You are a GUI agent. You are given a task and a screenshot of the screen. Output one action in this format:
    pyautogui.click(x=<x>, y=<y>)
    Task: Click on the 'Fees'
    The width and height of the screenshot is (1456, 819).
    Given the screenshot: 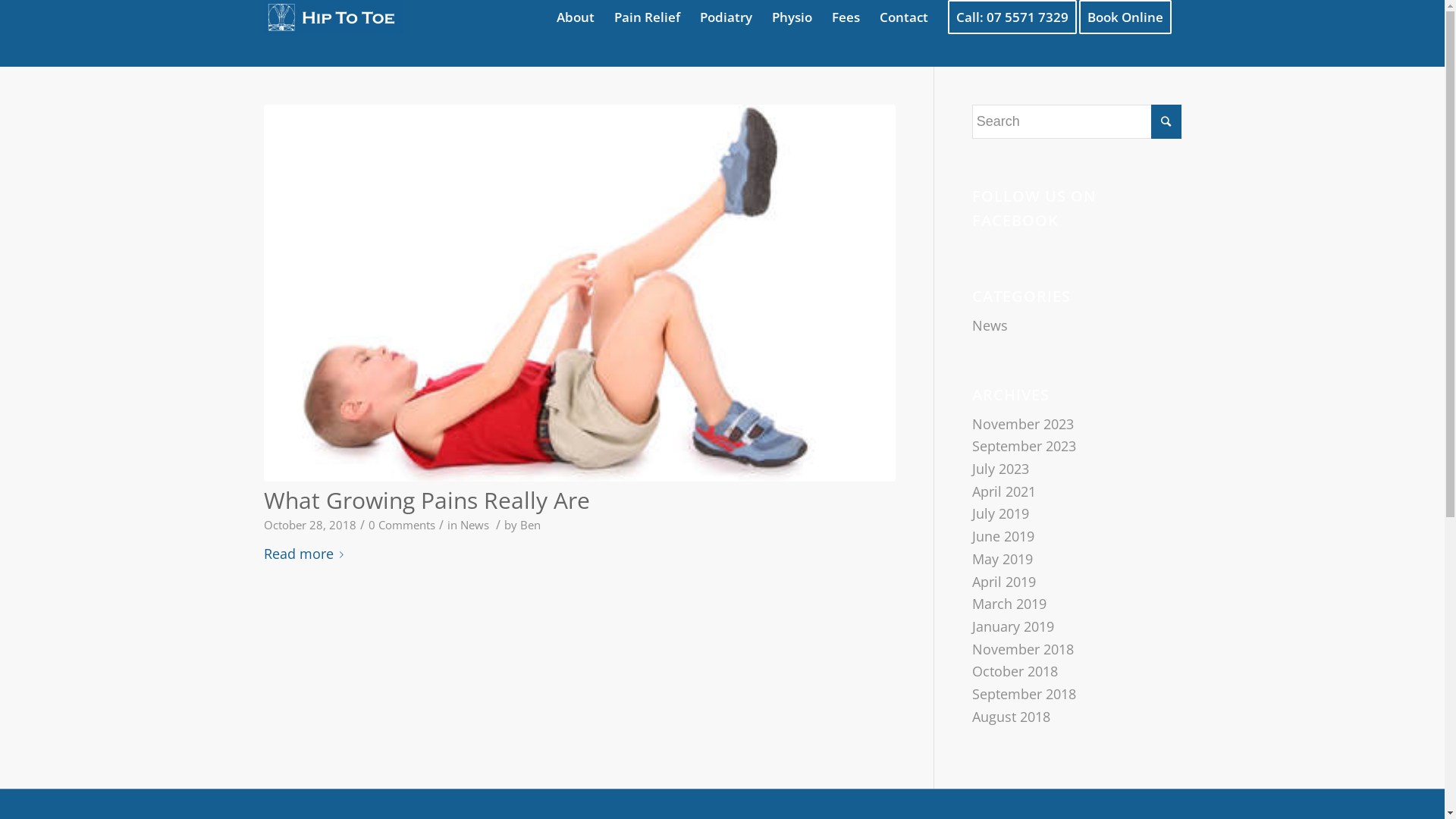 What is the action you would take?
    pyautogui.click(x=845, y=17)
    